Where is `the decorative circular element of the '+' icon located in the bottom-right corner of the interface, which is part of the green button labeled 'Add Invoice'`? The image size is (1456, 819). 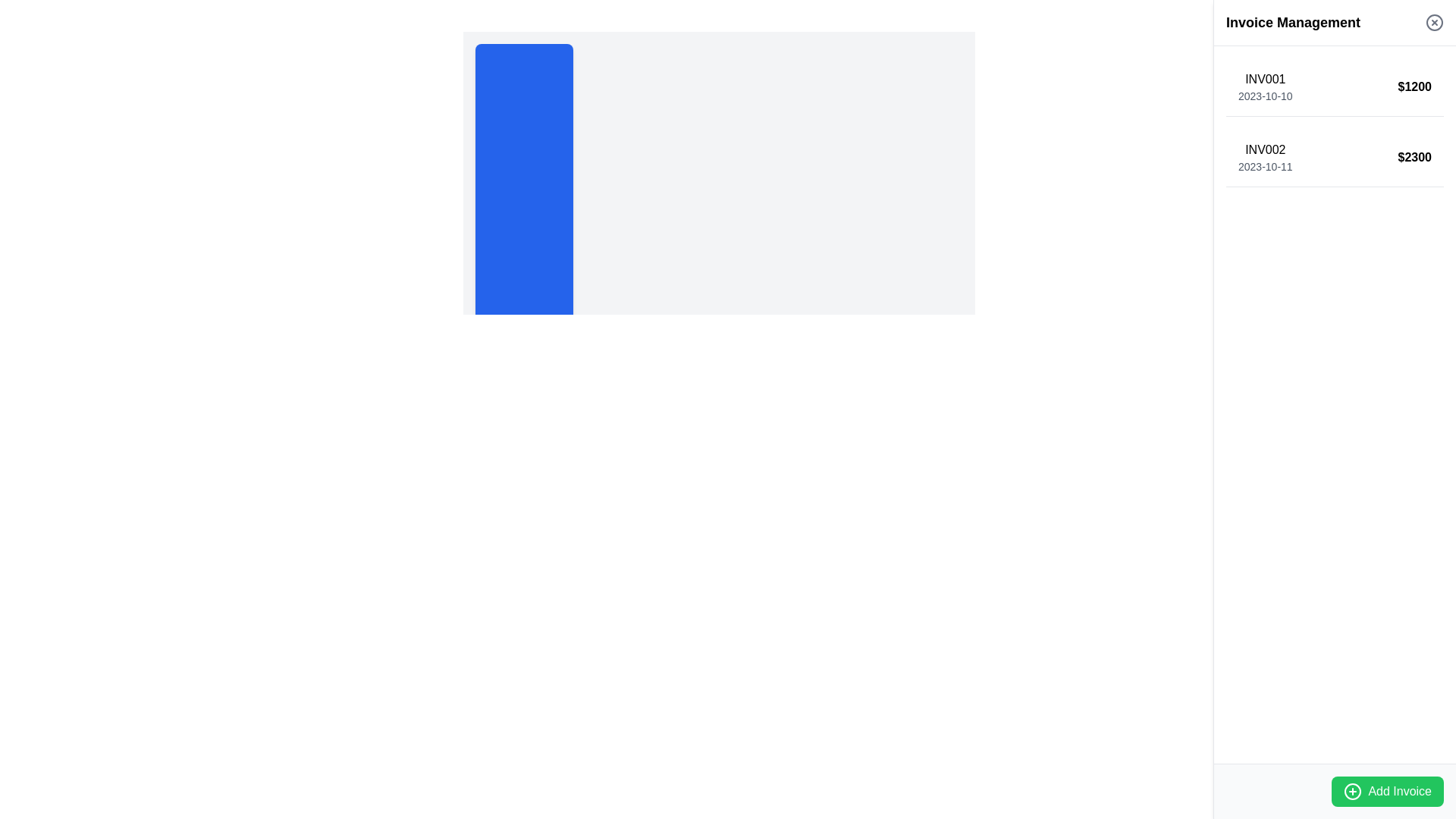
the decorative circular element of the '+' icon located in the bottom-right corner of the interface, which is part of the green button labeled 'Add Invoice' is located at coordinates (1353, 791).